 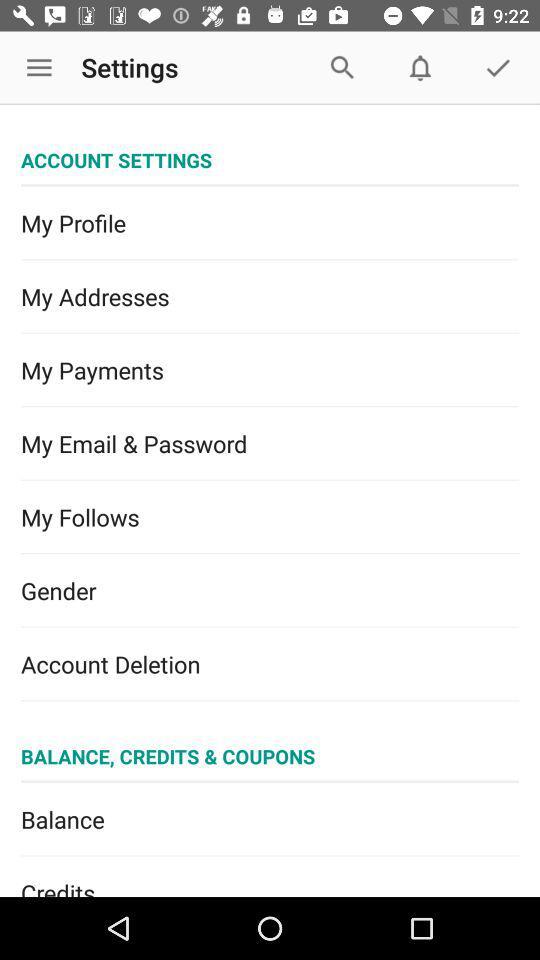 I want to click on my email & password, so click(x=270, y=444).